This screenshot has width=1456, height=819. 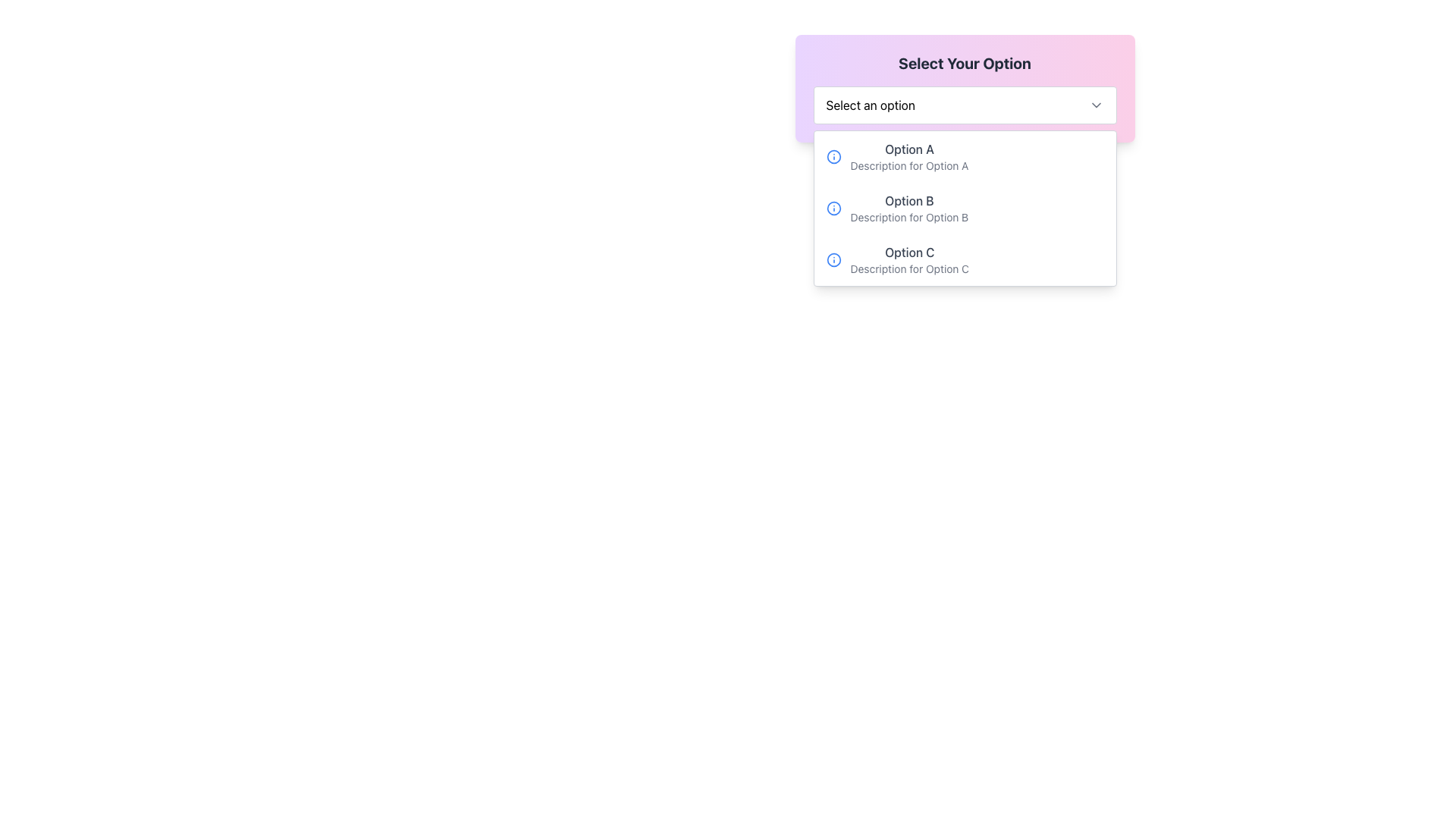 I want to click on to select the first option in the dropdown menu located directly below the dropdown input field, so click(x=964, y=157).